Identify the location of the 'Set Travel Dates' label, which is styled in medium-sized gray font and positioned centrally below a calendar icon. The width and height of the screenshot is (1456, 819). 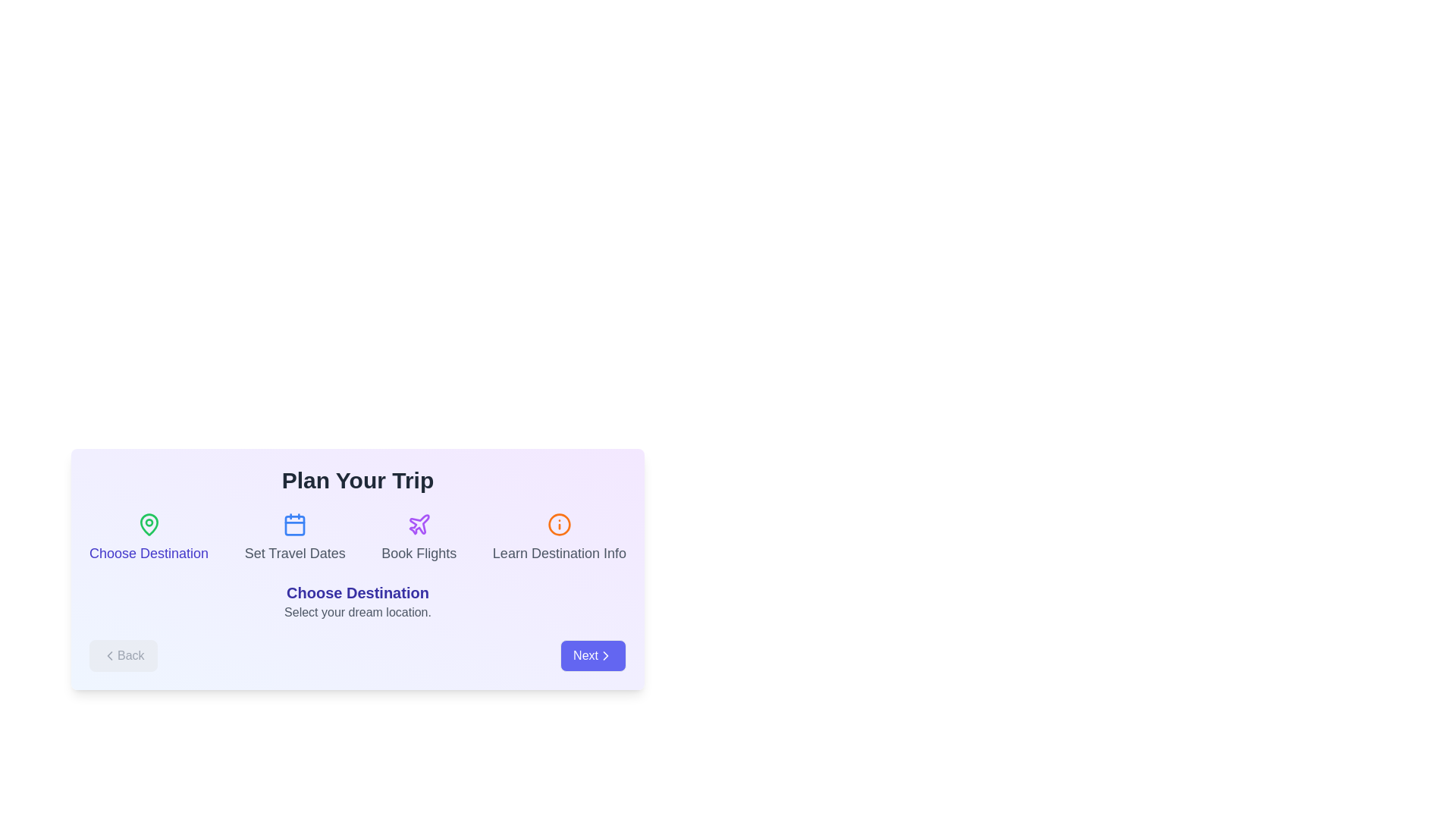
(295, 553).